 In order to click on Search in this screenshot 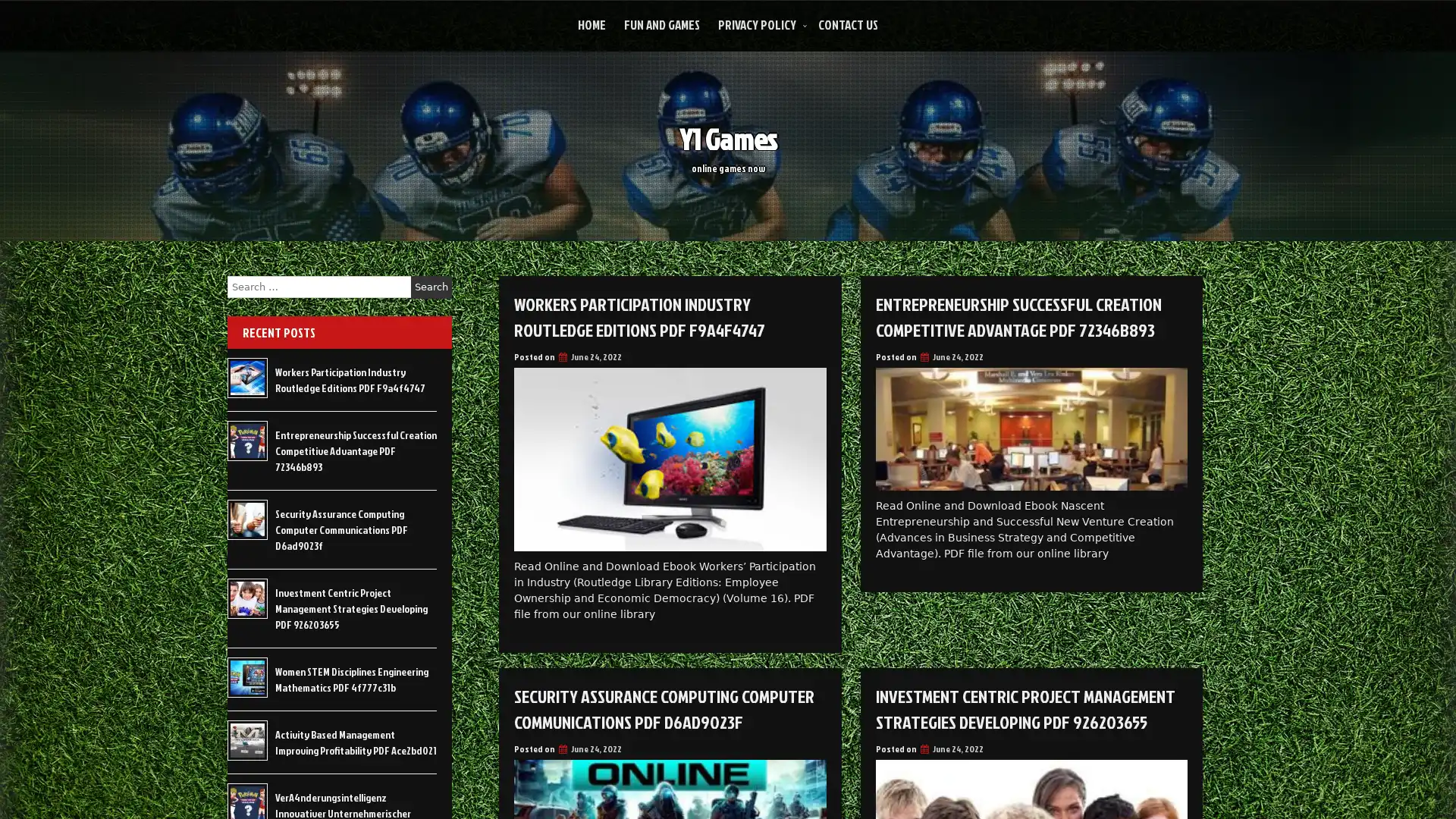, I will do `click(431, 287)`.